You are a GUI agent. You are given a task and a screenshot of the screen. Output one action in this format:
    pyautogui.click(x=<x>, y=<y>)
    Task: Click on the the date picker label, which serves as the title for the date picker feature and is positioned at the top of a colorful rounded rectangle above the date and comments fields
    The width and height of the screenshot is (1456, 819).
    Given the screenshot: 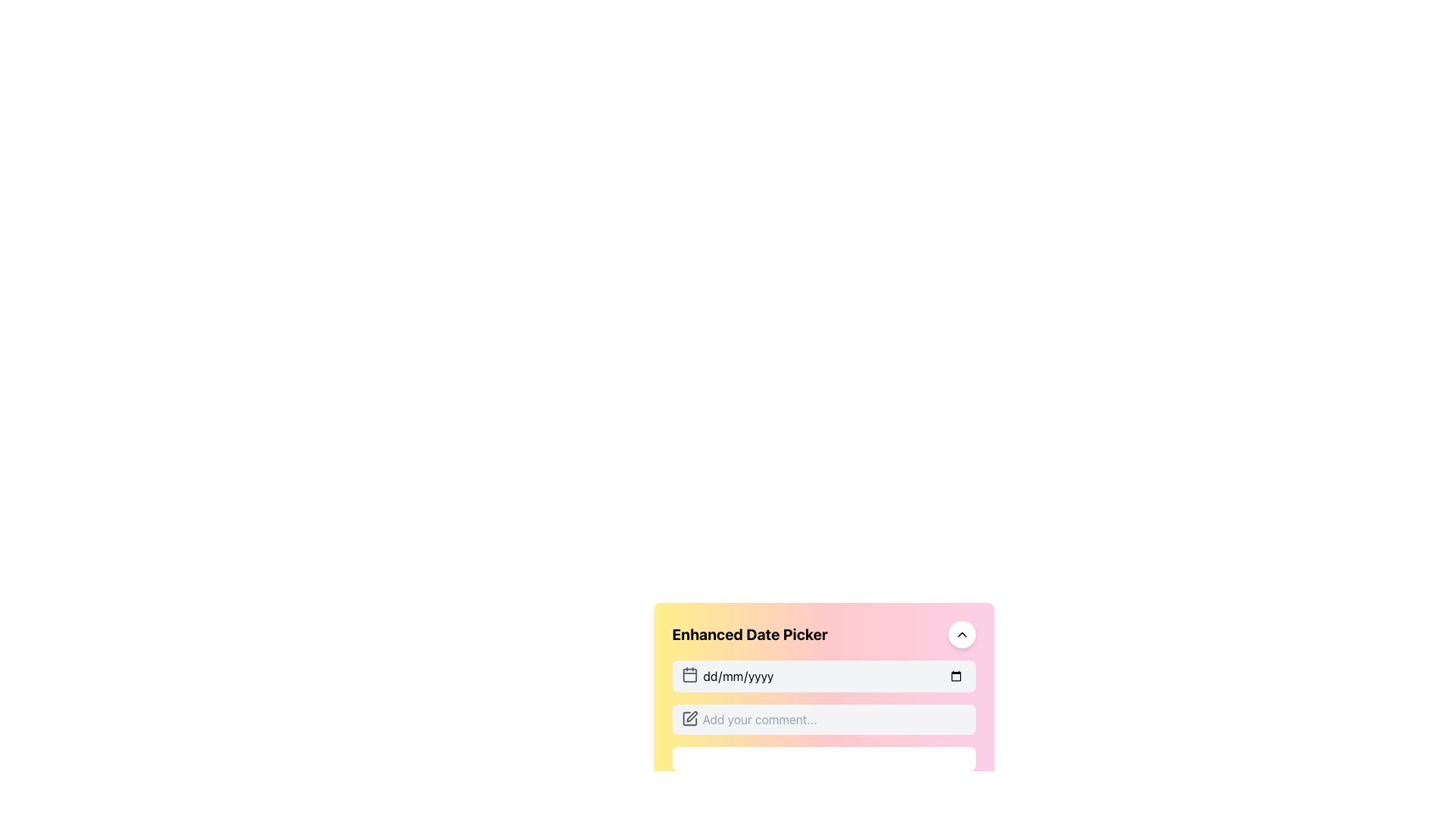 What is the action you would take?
    pyautogui.click(x=823, y=635)
    